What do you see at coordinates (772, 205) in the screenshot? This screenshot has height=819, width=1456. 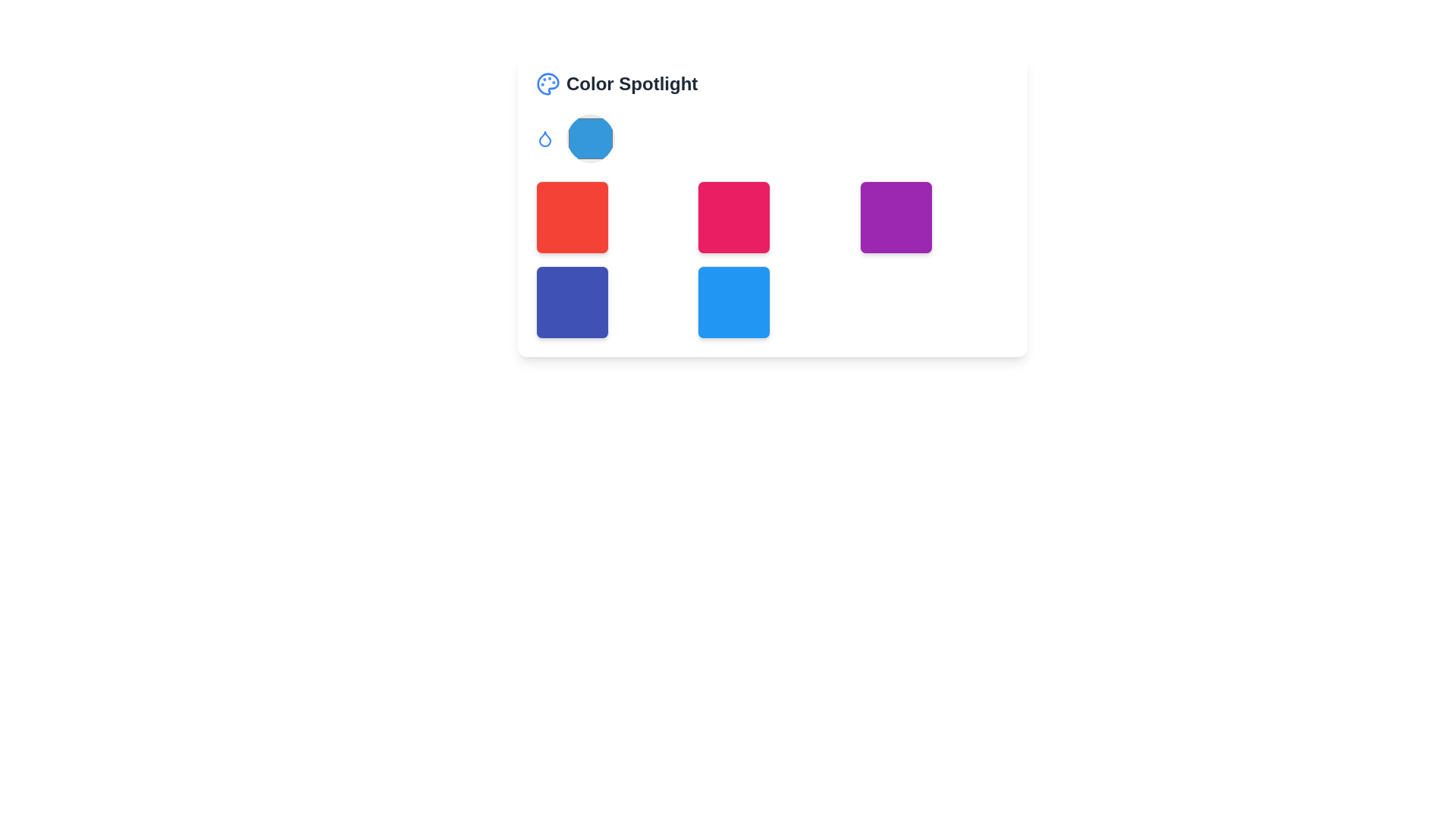 I see `the selectable grid item located in the second column of the first row, which serves as a color selection option` at bounding box center [772, 205].